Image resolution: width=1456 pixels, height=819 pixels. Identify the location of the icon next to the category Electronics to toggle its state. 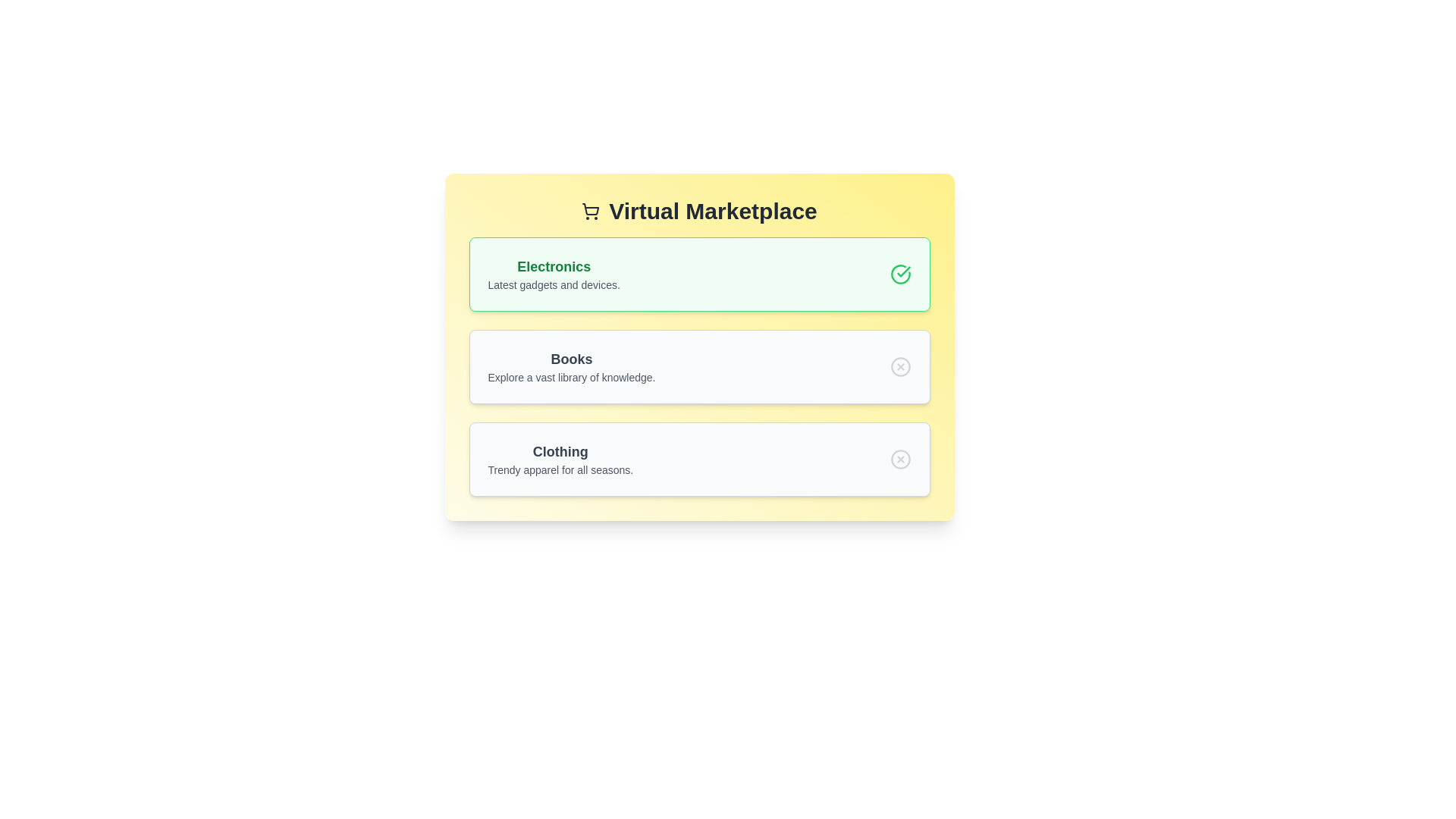
(900, 275).